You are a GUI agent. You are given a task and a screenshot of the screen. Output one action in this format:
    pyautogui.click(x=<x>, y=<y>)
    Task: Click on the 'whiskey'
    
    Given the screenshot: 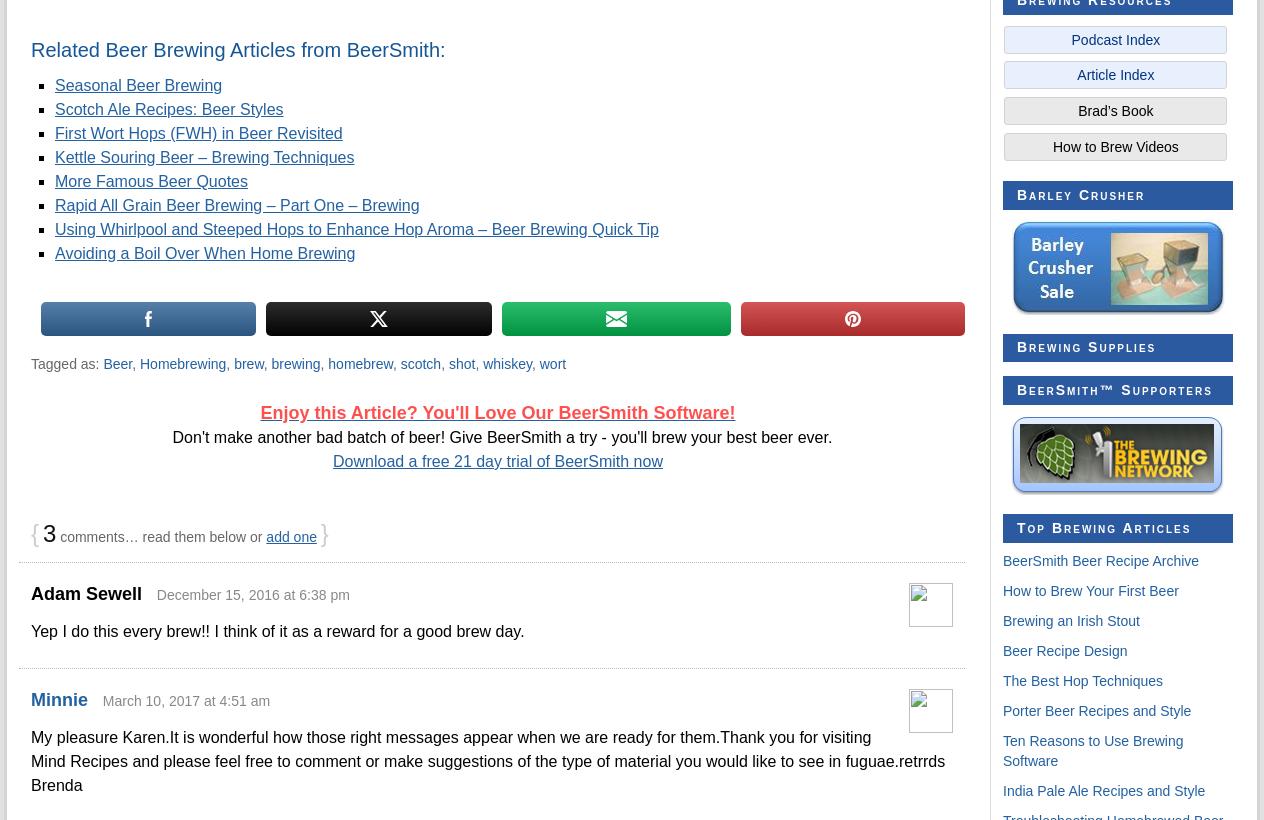 What is the action you would take?
    pyautogui.click(x=506, y=363)
    